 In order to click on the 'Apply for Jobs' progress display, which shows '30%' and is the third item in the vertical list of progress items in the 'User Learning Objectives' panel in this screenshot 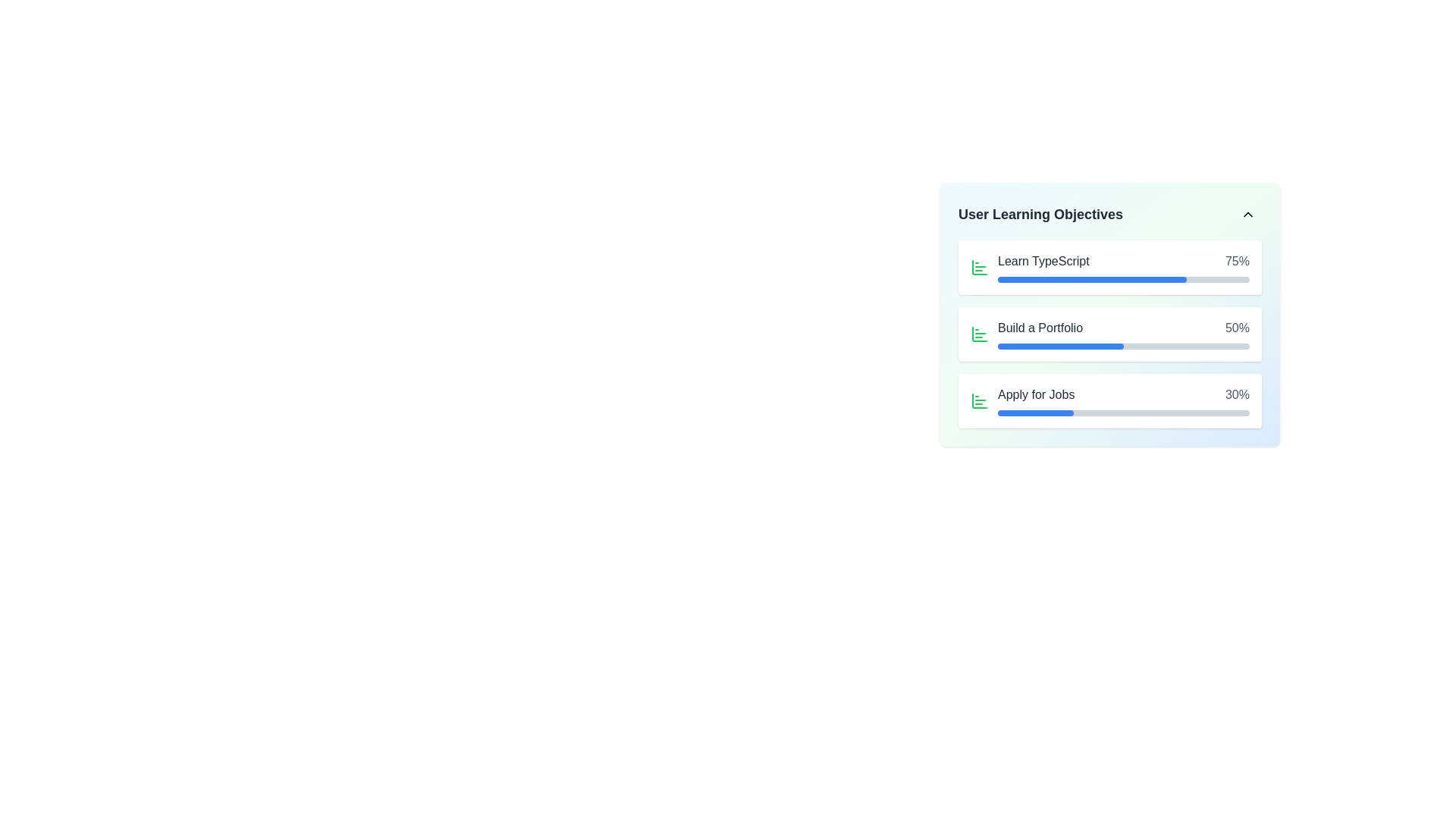, I will do `click(1124, 394)`.